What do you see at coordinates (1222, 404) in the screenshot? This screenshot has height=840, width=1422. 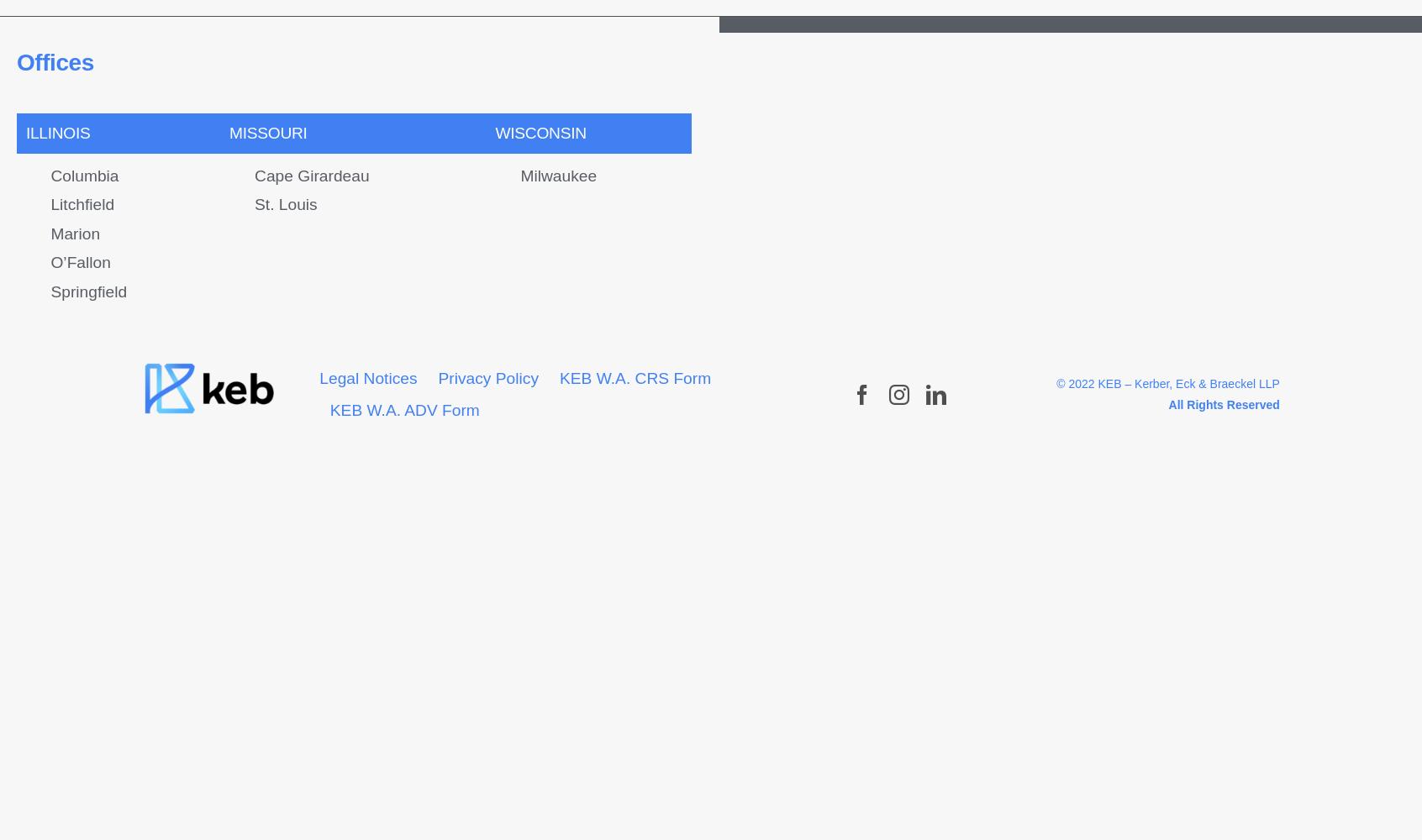 I see `'All Rights Reserved'` at bounding box center [1222, 404].